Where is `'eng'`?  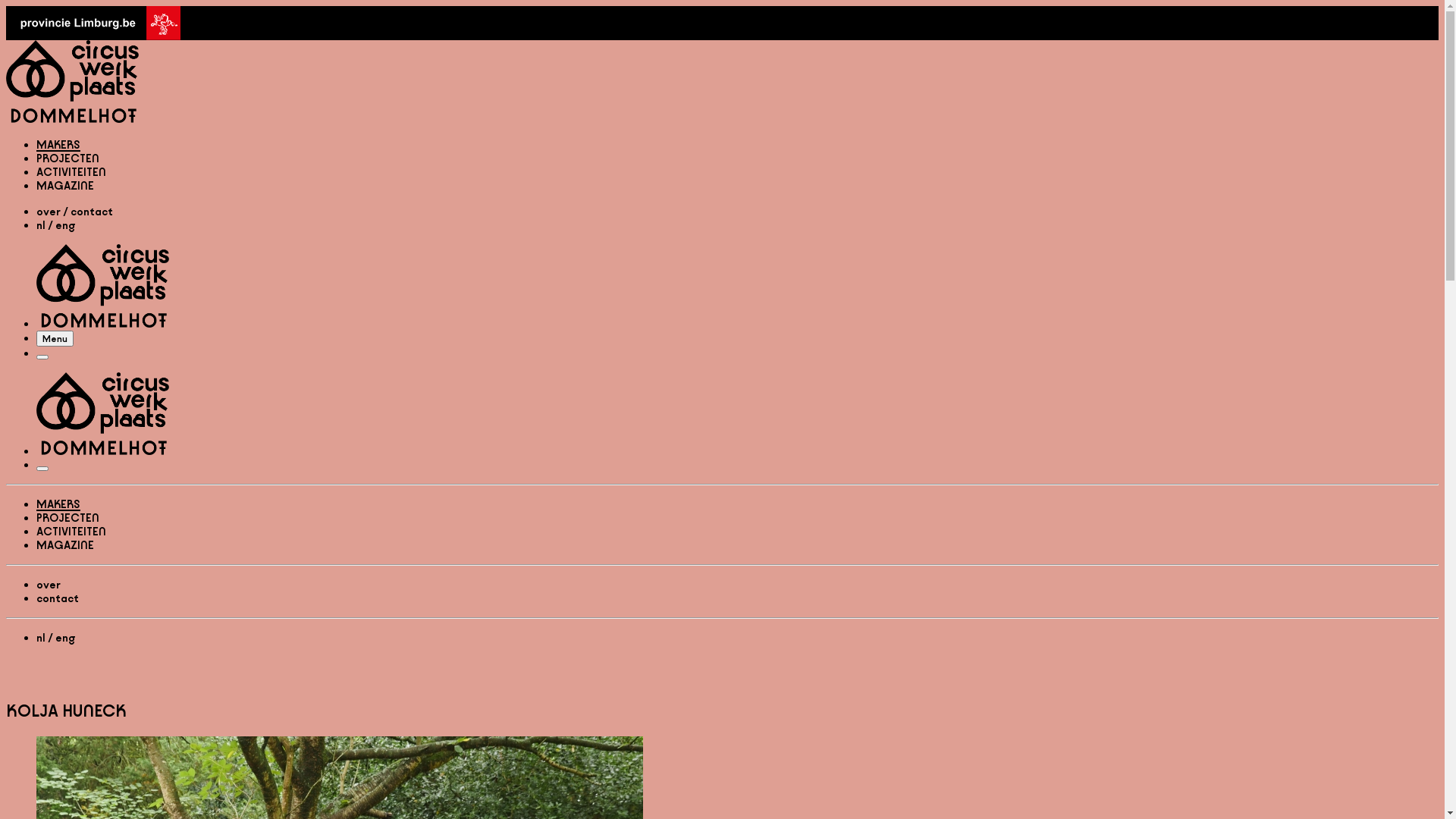 'eng' is located at coordinates (64, 225).